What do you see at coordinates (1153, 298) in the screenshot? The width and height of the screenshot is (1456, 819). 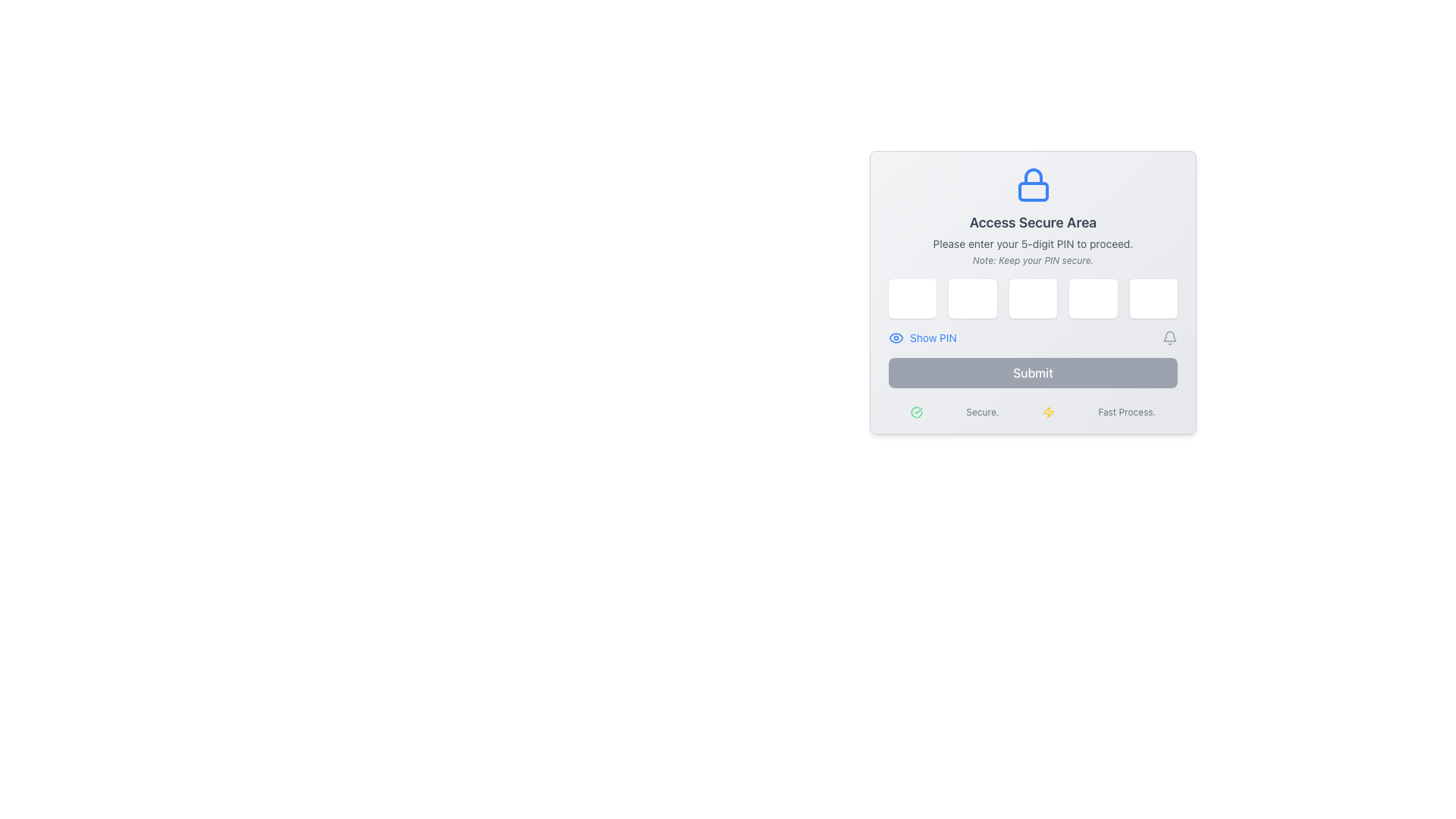 I see `the Password input field, which is the fifth input field in a row of five similar fields, to focus on it` at bounding box center [1153, 298].